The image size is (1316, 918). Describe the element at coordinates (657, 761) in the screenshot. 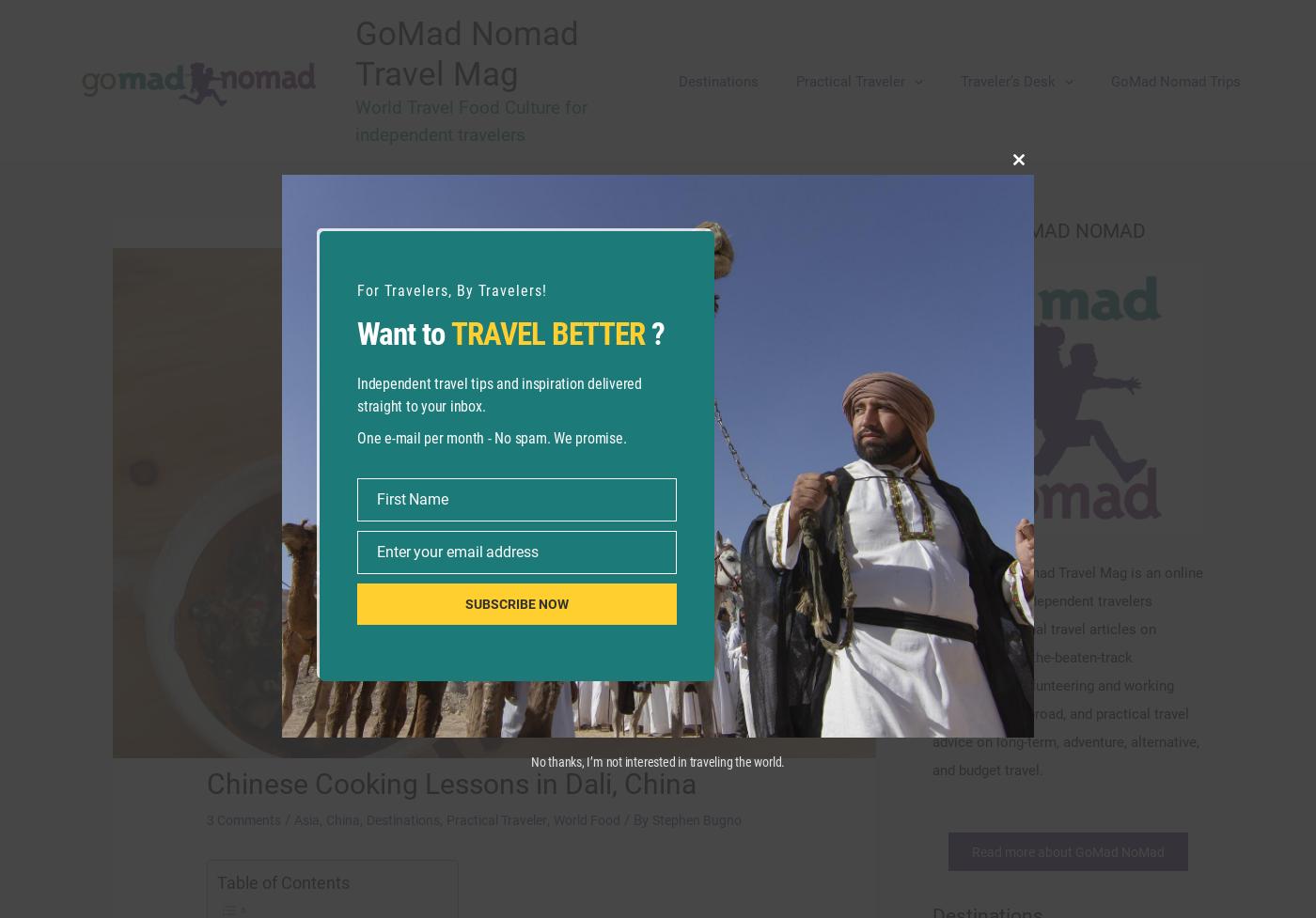

I see `'No thanks, I’m not interested in traveling the world.'` at that location.